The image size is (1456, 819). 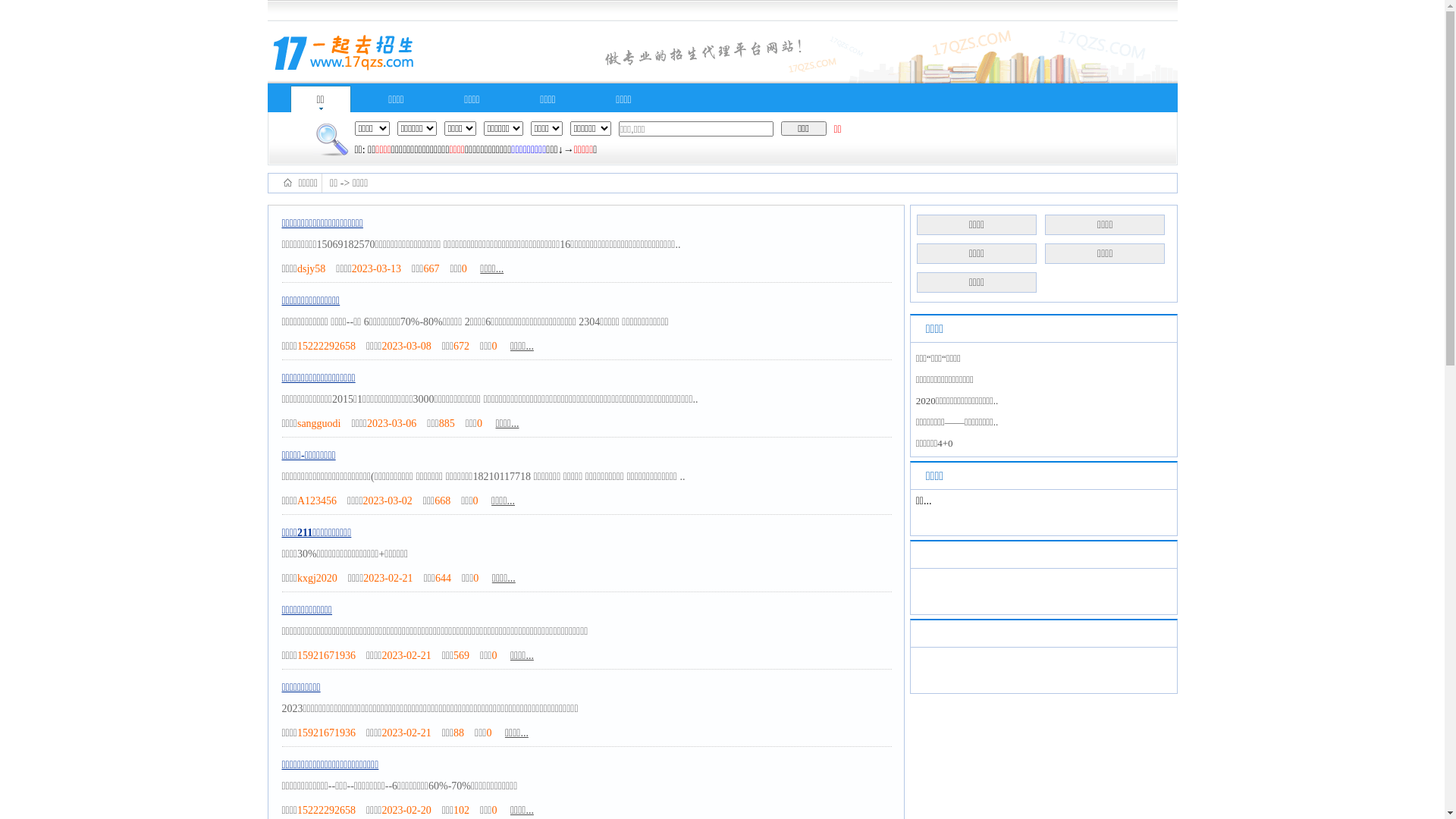 I want to click on '672', so click(x=460, y=346).